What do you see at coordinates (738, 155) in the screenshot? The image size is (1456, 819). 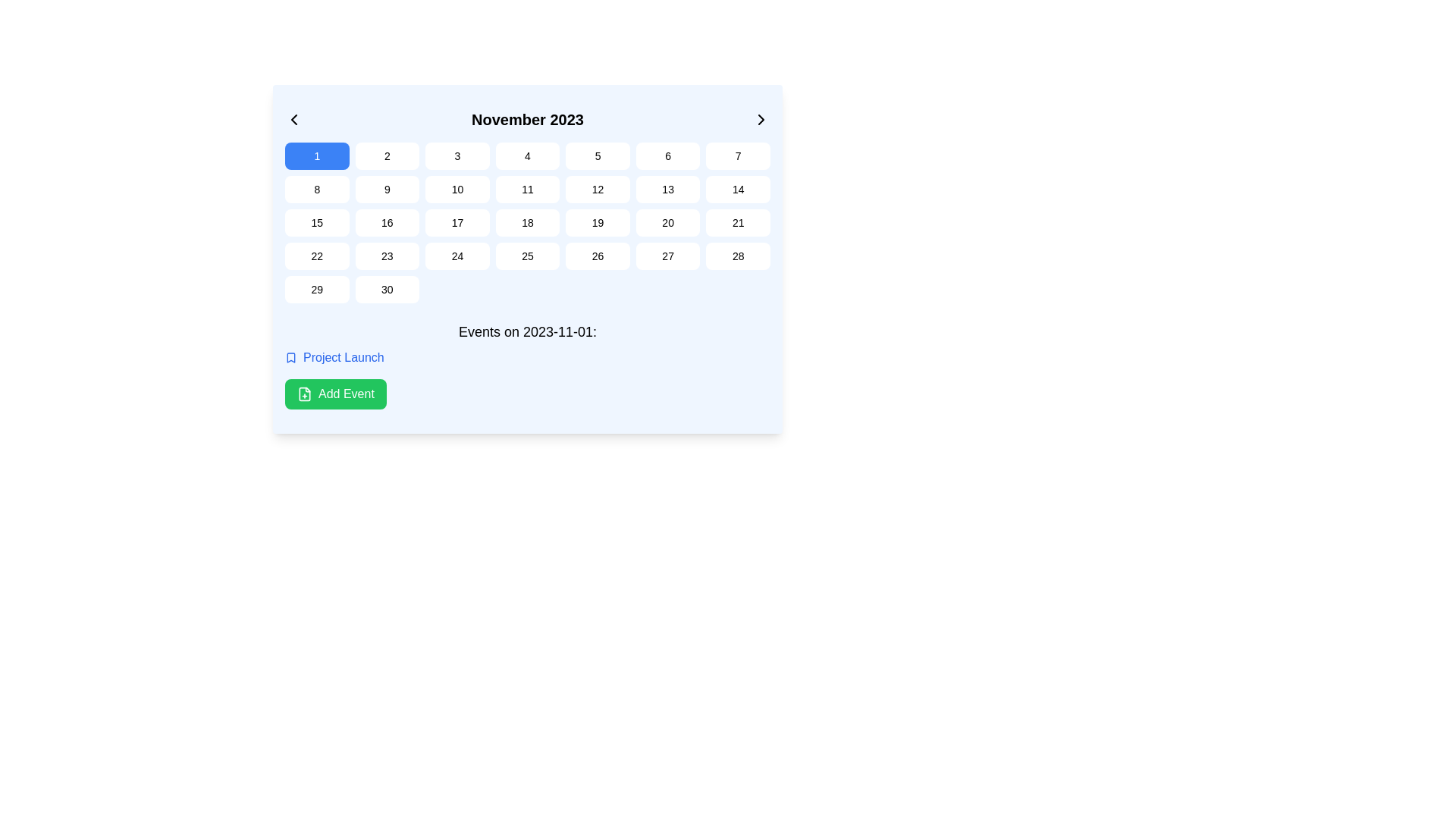 I see `the rectangular button with a rounded border displaying the number 7 in black text` at bounding box center [738, 155].